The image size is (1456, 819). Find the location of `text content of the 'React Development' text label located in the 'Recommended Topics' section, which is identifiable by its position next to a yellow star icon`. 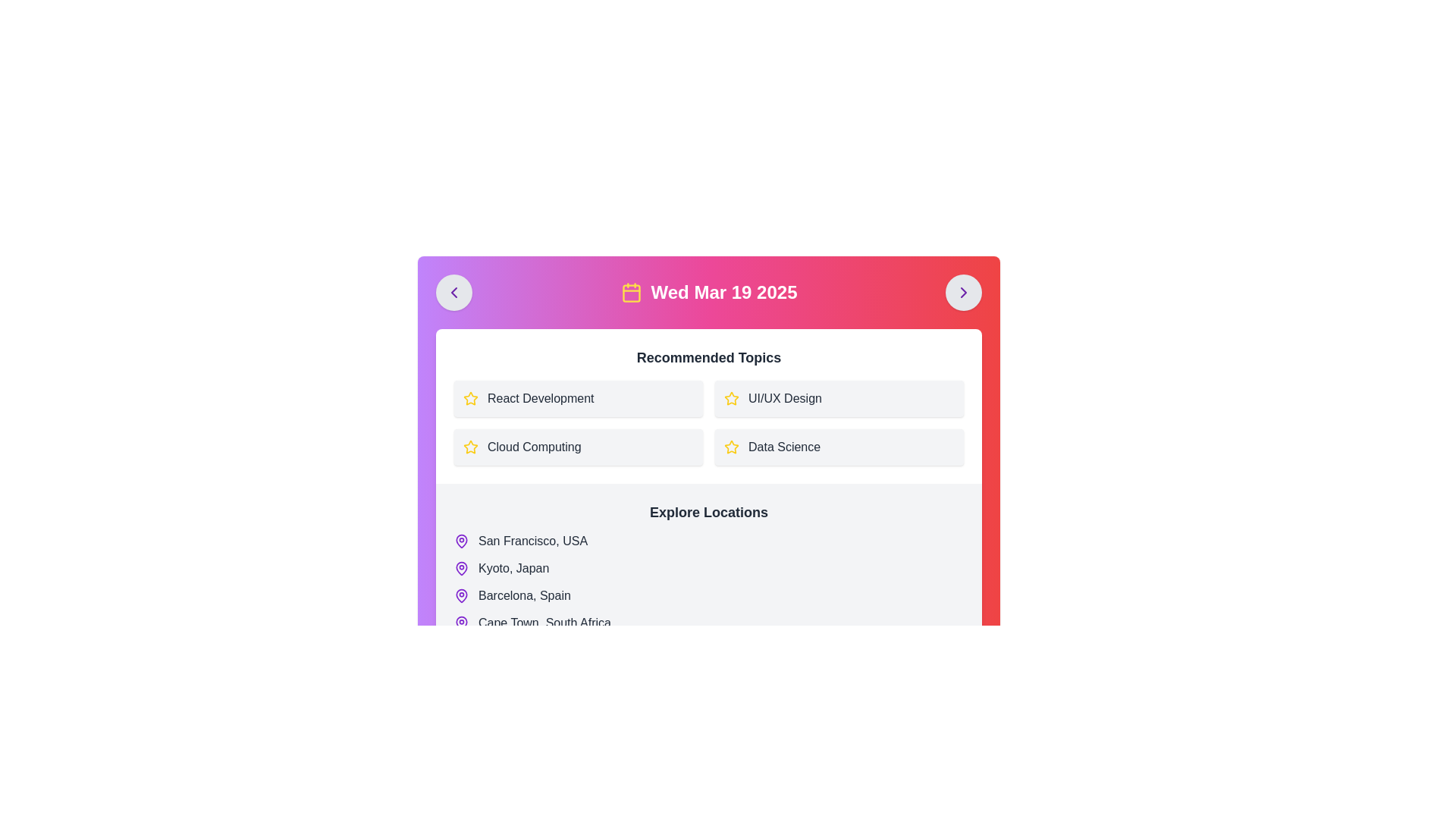

text content of the 'React Development' text label located in the 'Recommended Topics' section, which is identifiable by its position next to a yellow star icon is located at coordinates (541, 397).